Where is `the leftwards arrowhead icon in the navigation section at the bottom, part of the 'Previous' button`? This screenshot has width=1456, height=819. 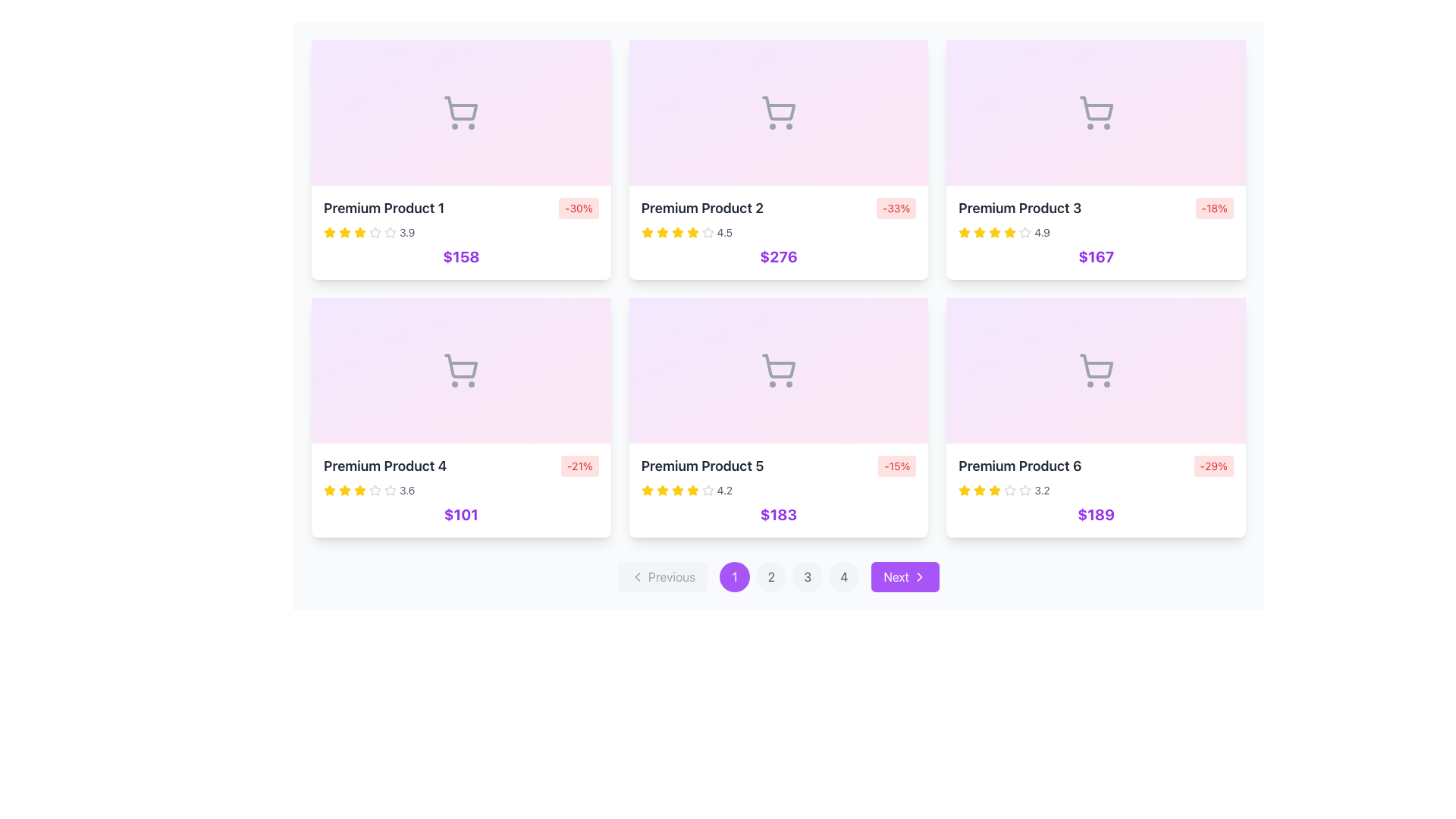
the leftwards arrowhead icon in the navigation section at the bottom, part of the 'Previous' button is located at coordinates (637, 576).